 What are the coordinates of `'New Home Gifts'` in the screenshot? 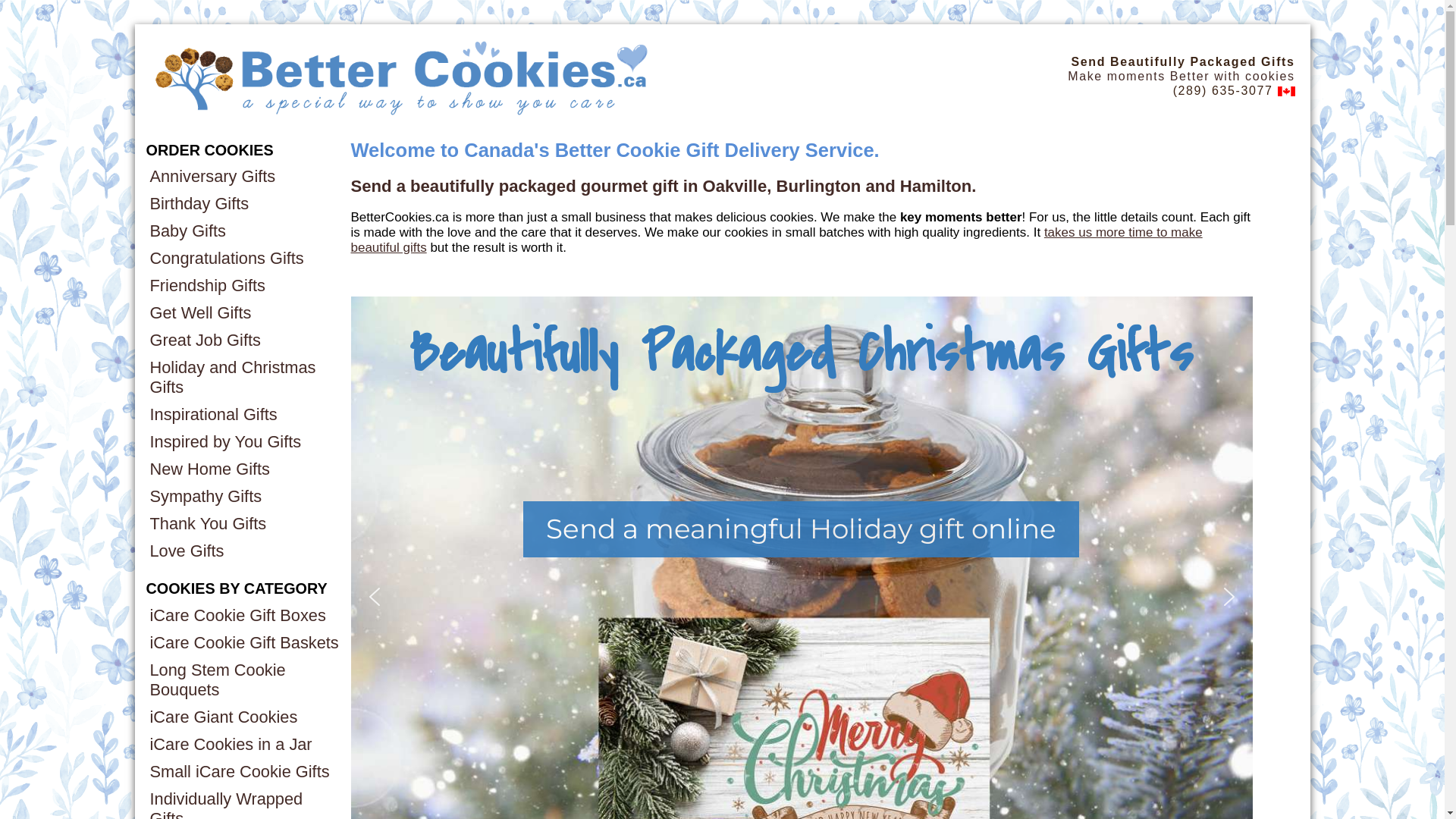 It's located at (243, 468).